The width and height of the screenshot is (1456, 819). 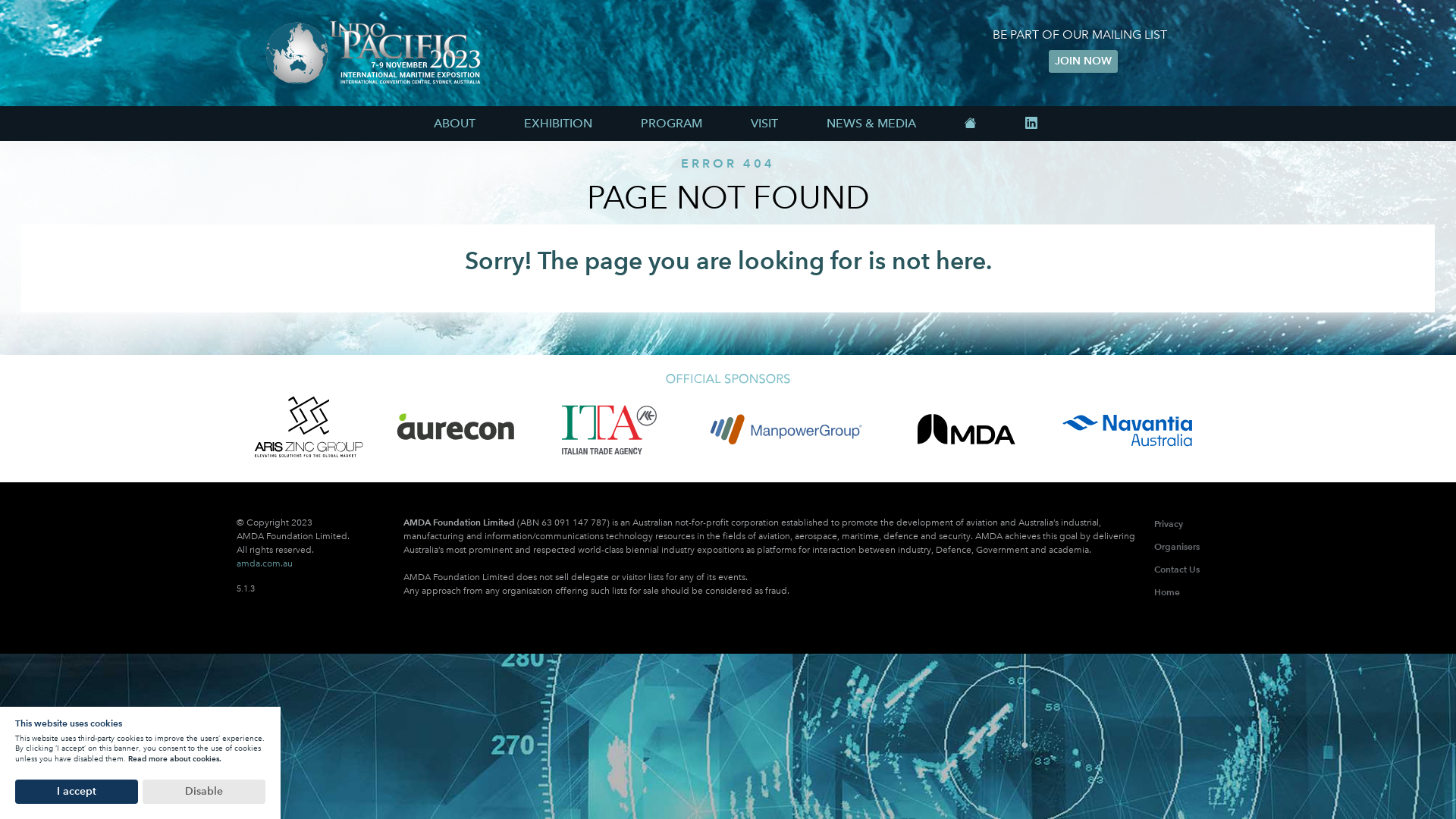 What do you see at coordinates (502, 122) in the screenshot?
I see `'EXHIBITION'` at bounding box center [502, 122].